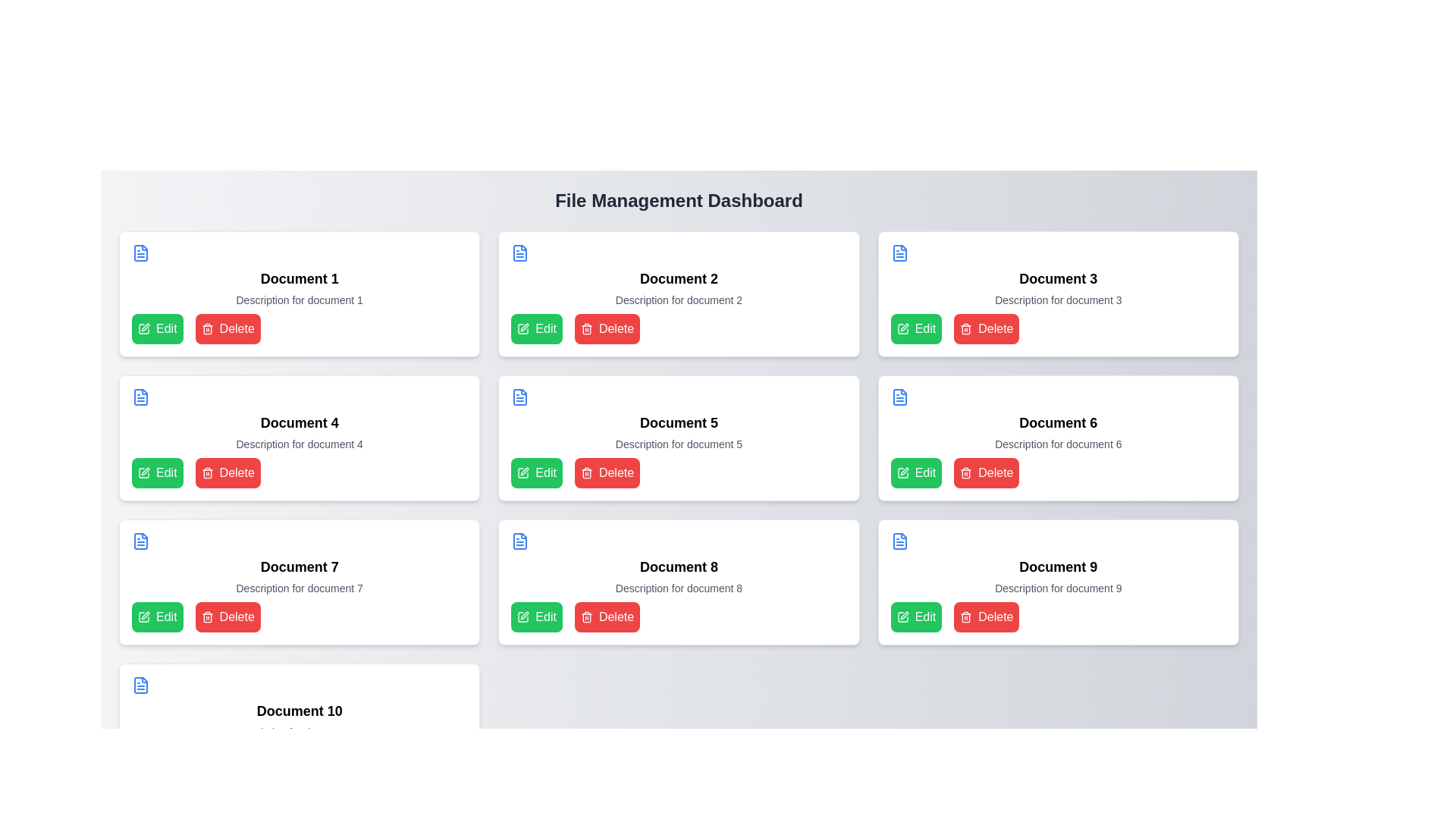 The width and height of the screenshot is (1456, 819). Describe the element at coordinates (300, 472) in the screenshot. I see `the interactive buttons in the grouped element for 'Document 4'` at that location.